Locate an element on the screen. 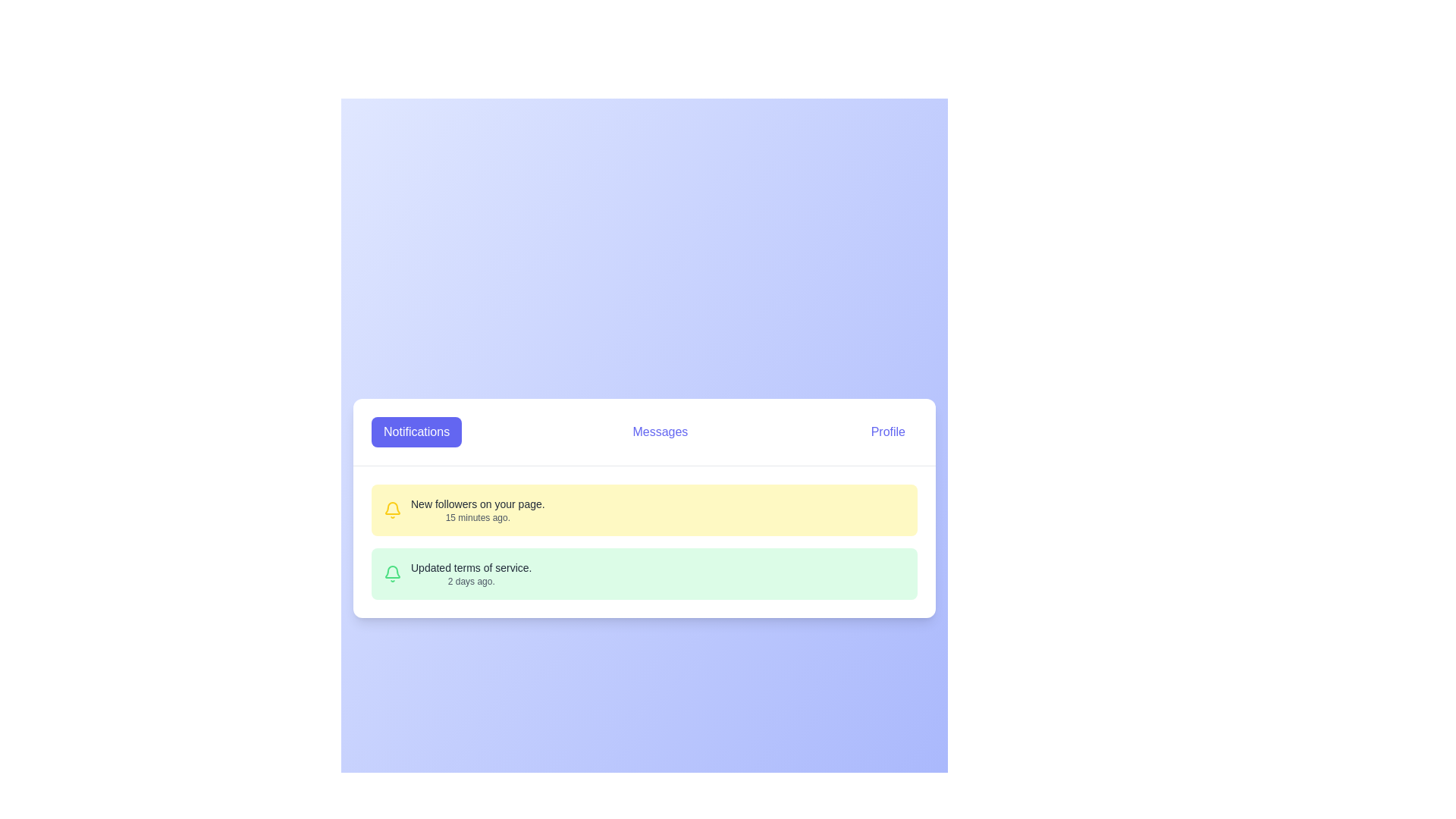 This screenshot has width=1456, height=819. the yellow bell-shaped icon indicating new notifications, located on the left side of the top notification card in the notification panel, just before the text 'New followers on your page.' is located at coordinates (393, 509).